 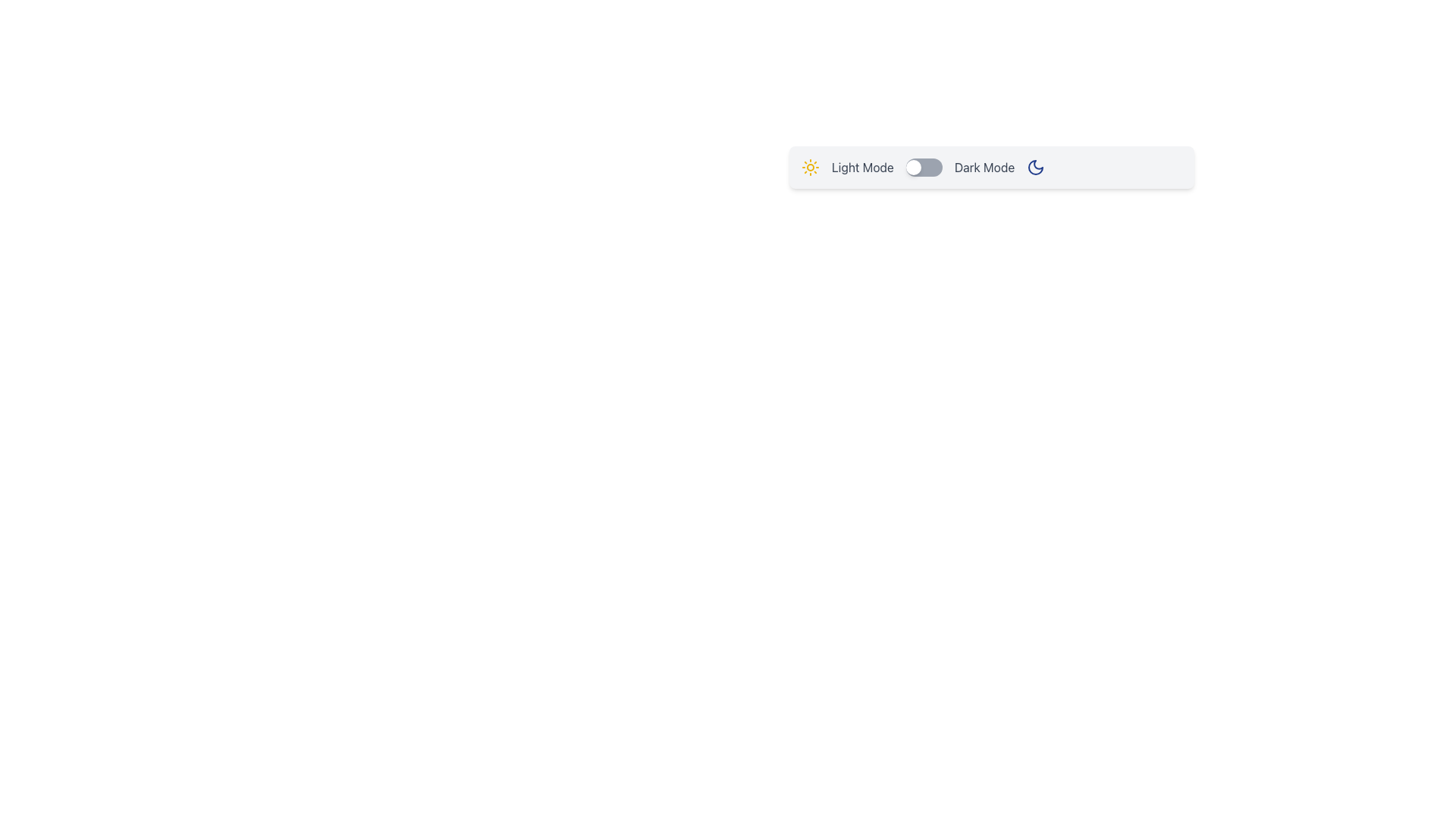 I want to click on the circular toggle knob located on the left side of the horizontal rectangular switch bar to provide visual feedback, so click(x=912, y=167).